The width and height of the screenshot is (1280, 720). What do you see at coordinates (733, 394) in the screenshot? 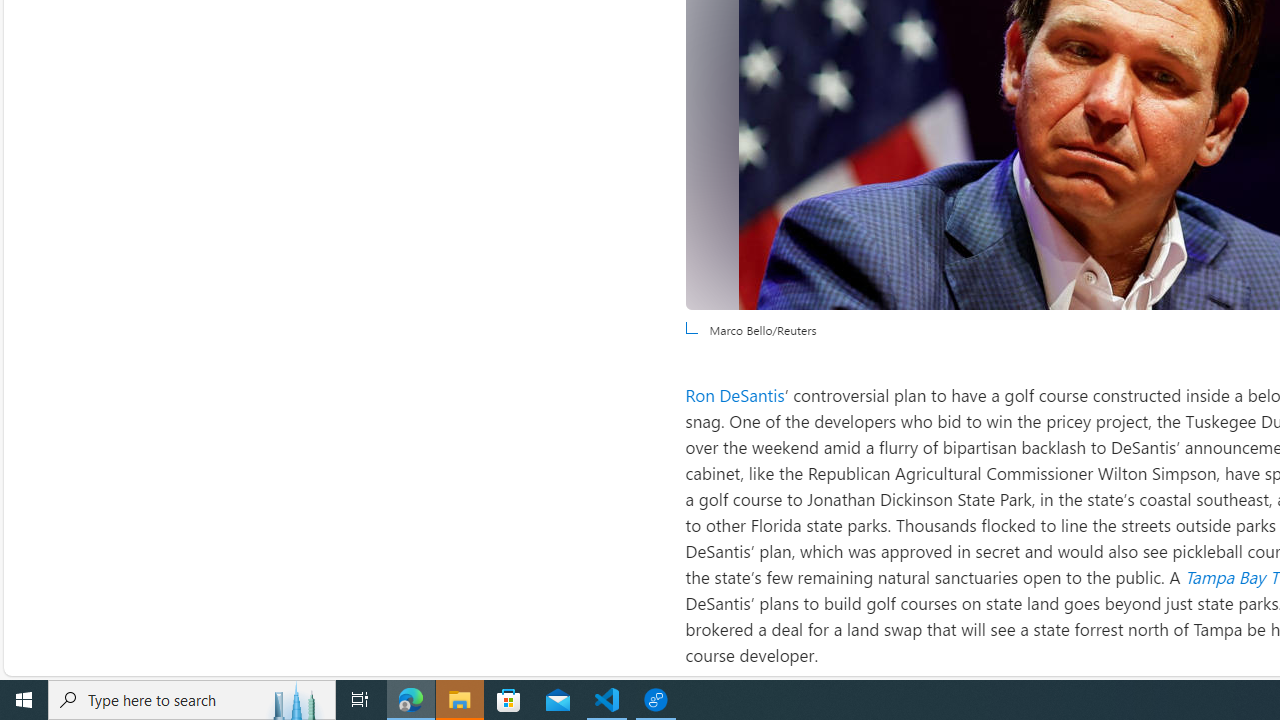
I see `'Ron DeSantis'` at bounding box center [733, 394].